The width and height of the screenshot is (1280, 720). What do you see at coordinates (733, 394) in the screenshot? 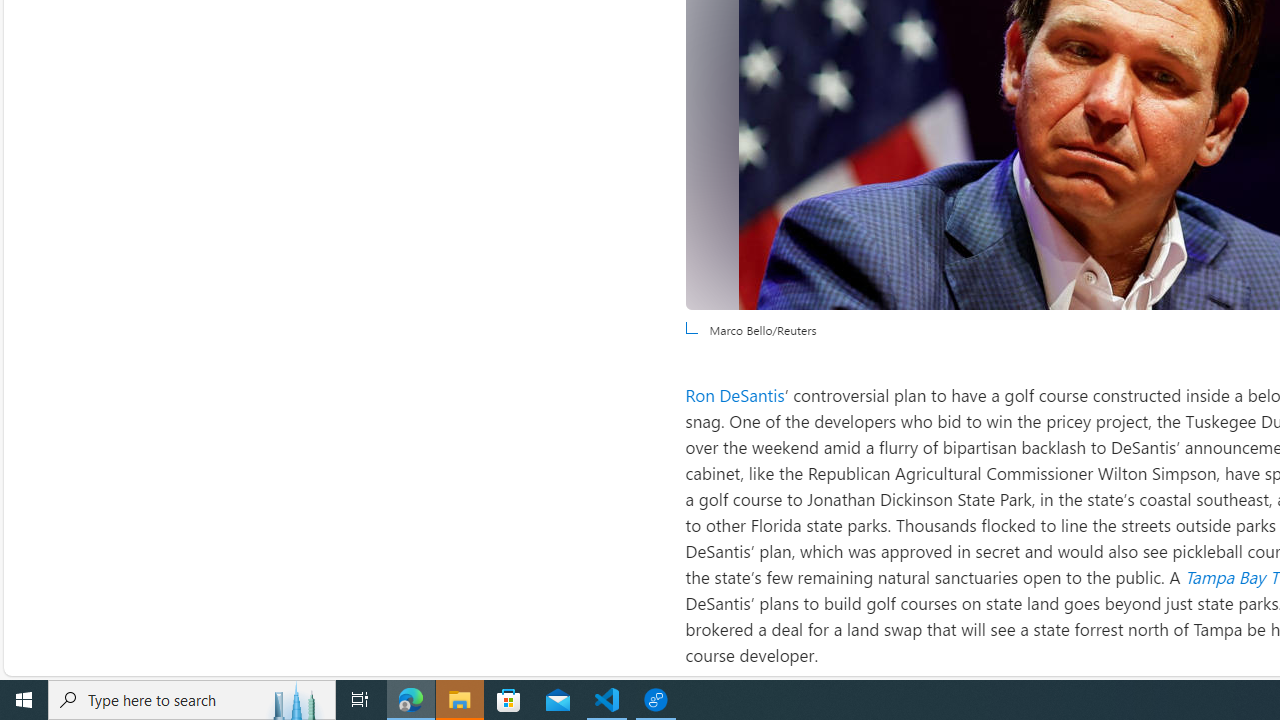
I see `'Ron DeSantis'` at bounding box center [733, 394].